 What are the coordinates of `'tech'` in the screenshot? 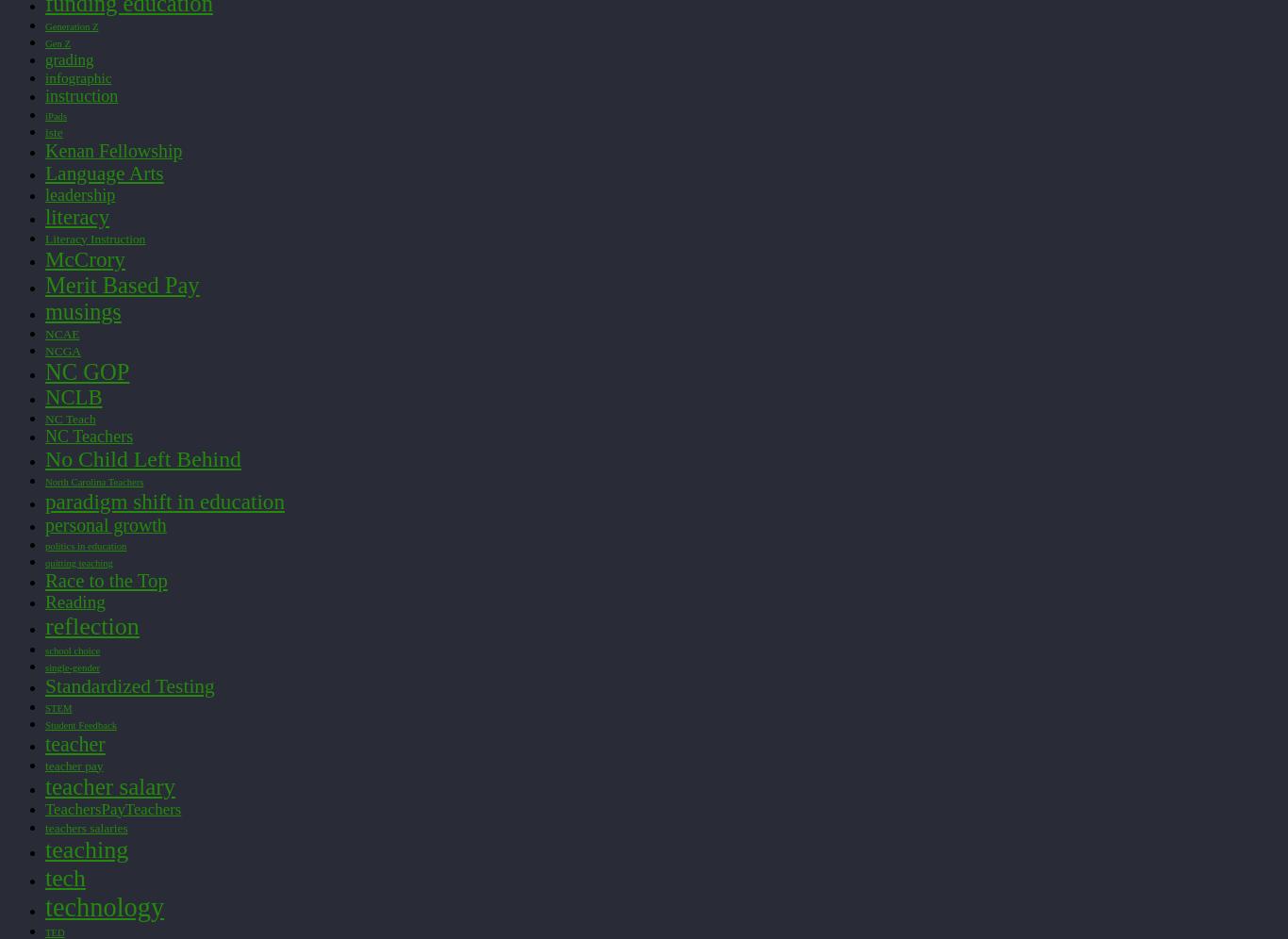 It's located at (44, 877).